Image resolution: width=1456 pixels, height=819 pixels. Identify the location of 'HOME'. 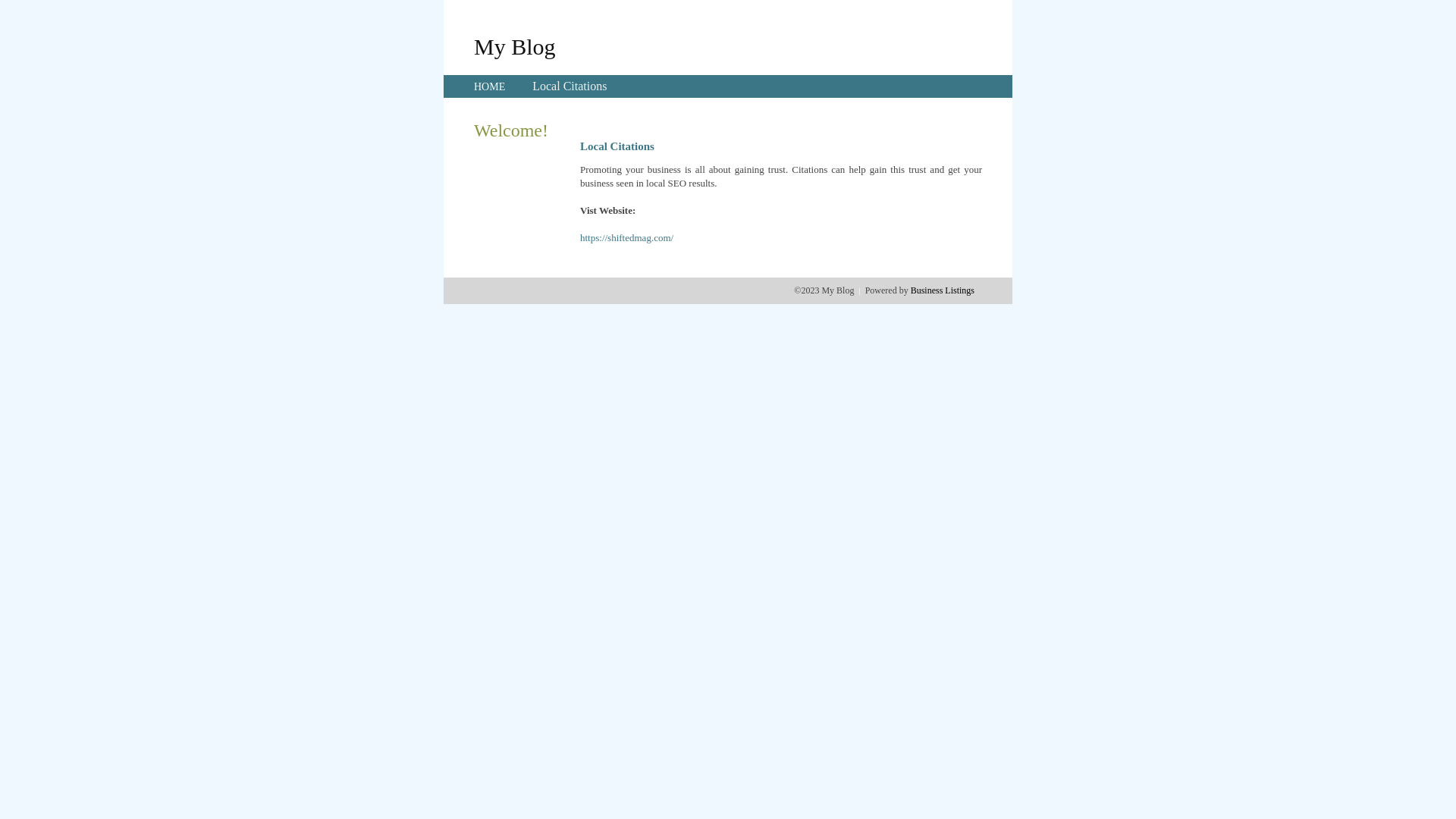
(489, 86).